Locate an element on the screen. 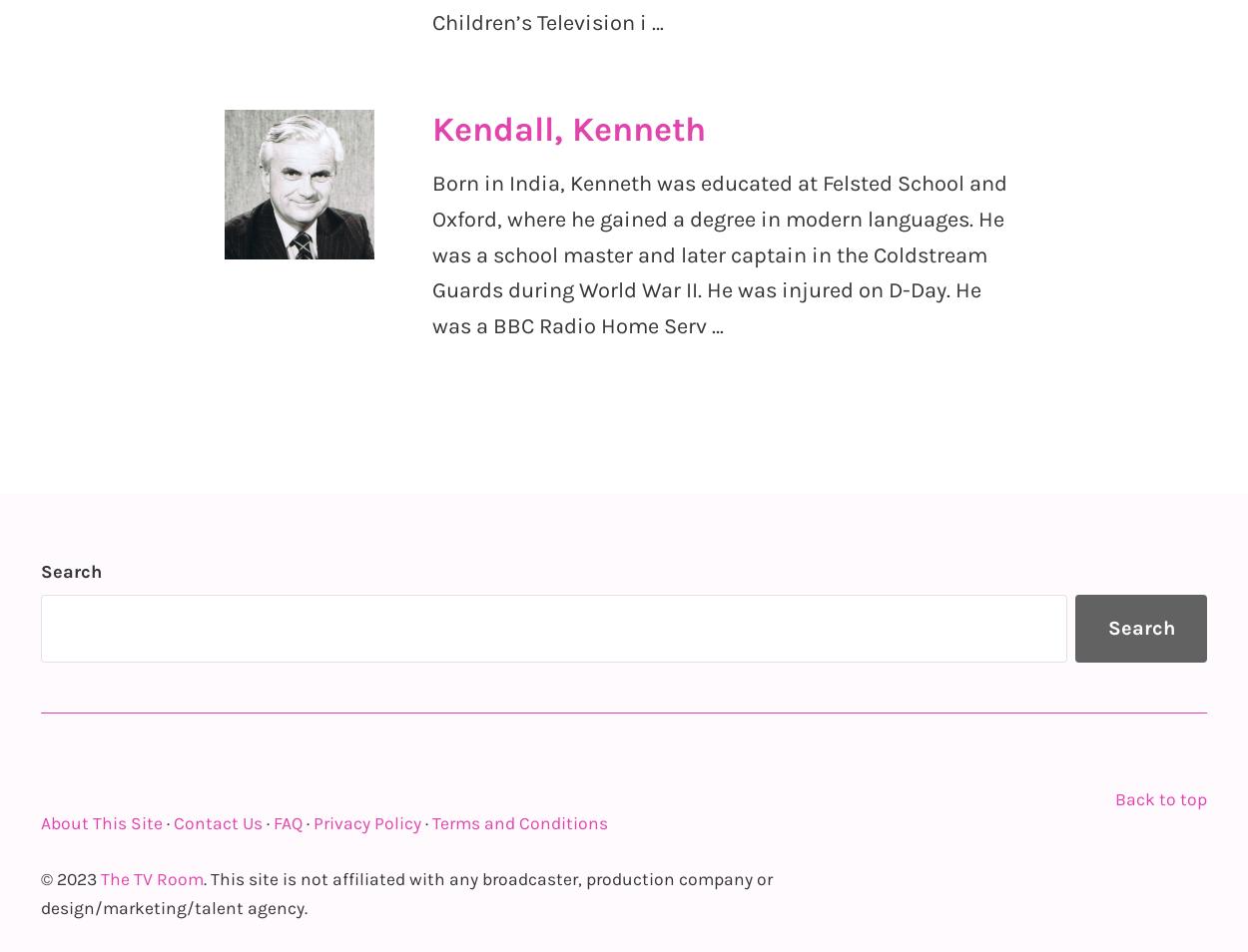 This screenshot has height=952, width=1248. 'Born in India, Kenneth was educated at Felsted School and Oxford, where he gained a degree in modern languages. He was a school master and later captain in the Coldstream Guards during World War II. He was injured on D-Day. He was a BBC Radio Home Serv …' is located at coordinates (719, 254).